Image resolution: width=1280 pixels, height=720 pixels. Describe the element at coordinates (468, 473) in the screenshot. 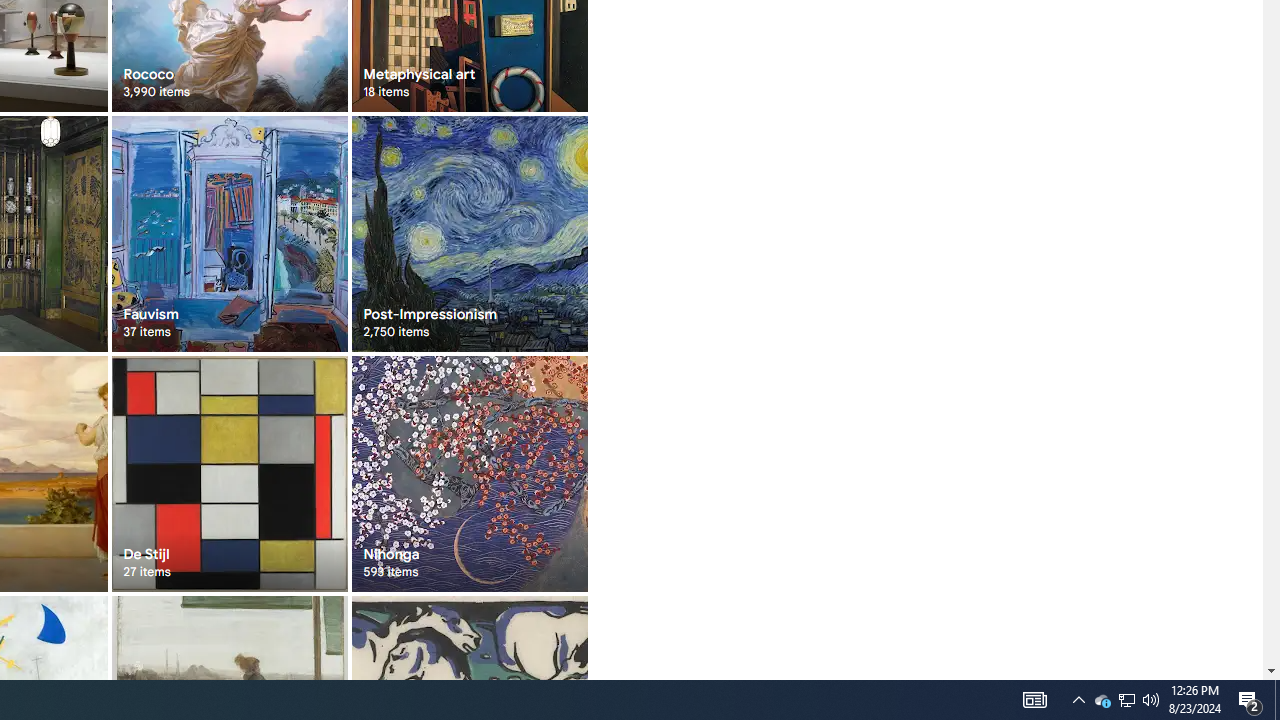

I see `'Nihonga 593 items'` at that location.